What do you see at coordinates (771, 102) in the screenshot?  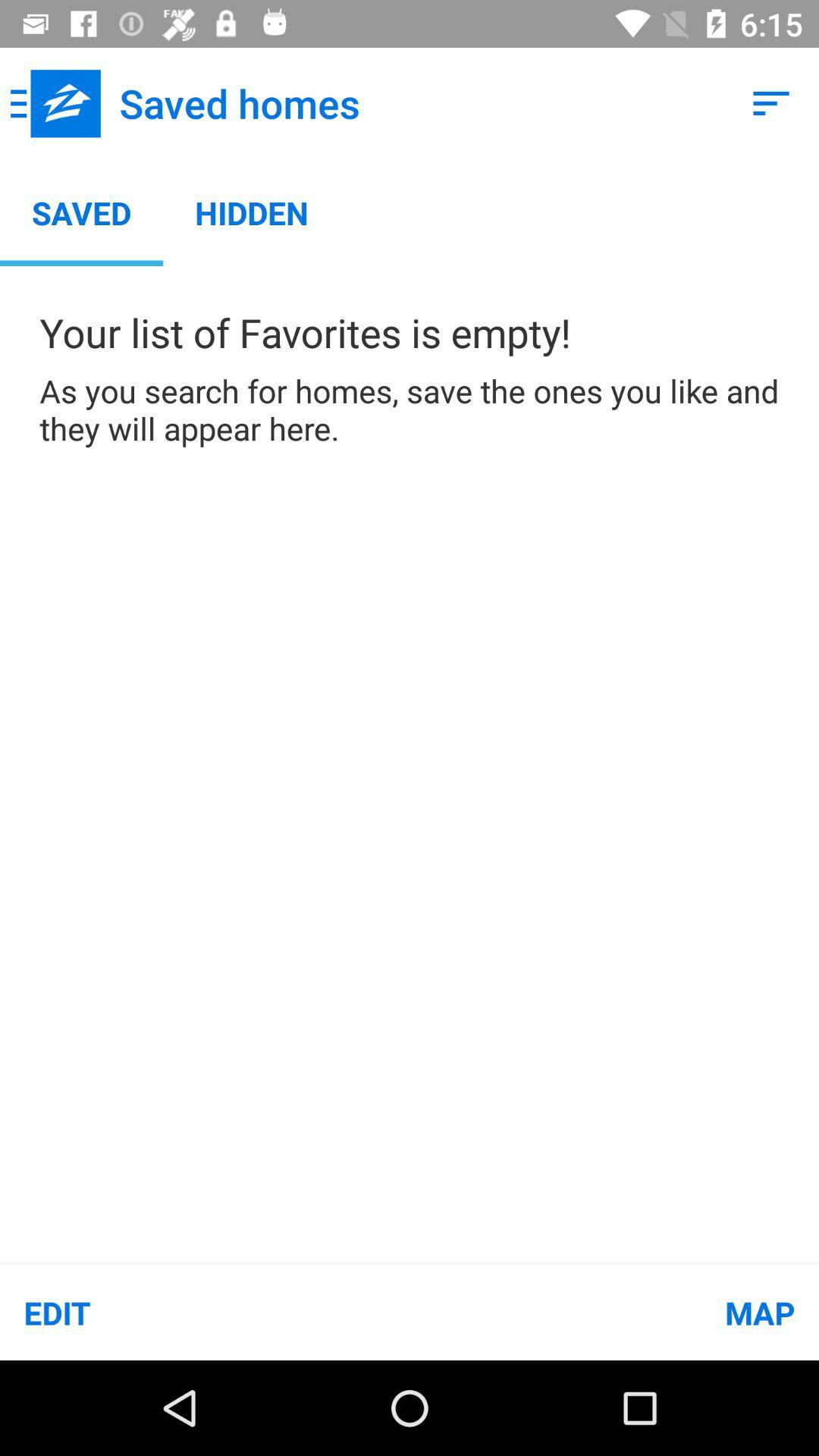 I see `the icon above the as you search item` at bounding box center [771, 102].